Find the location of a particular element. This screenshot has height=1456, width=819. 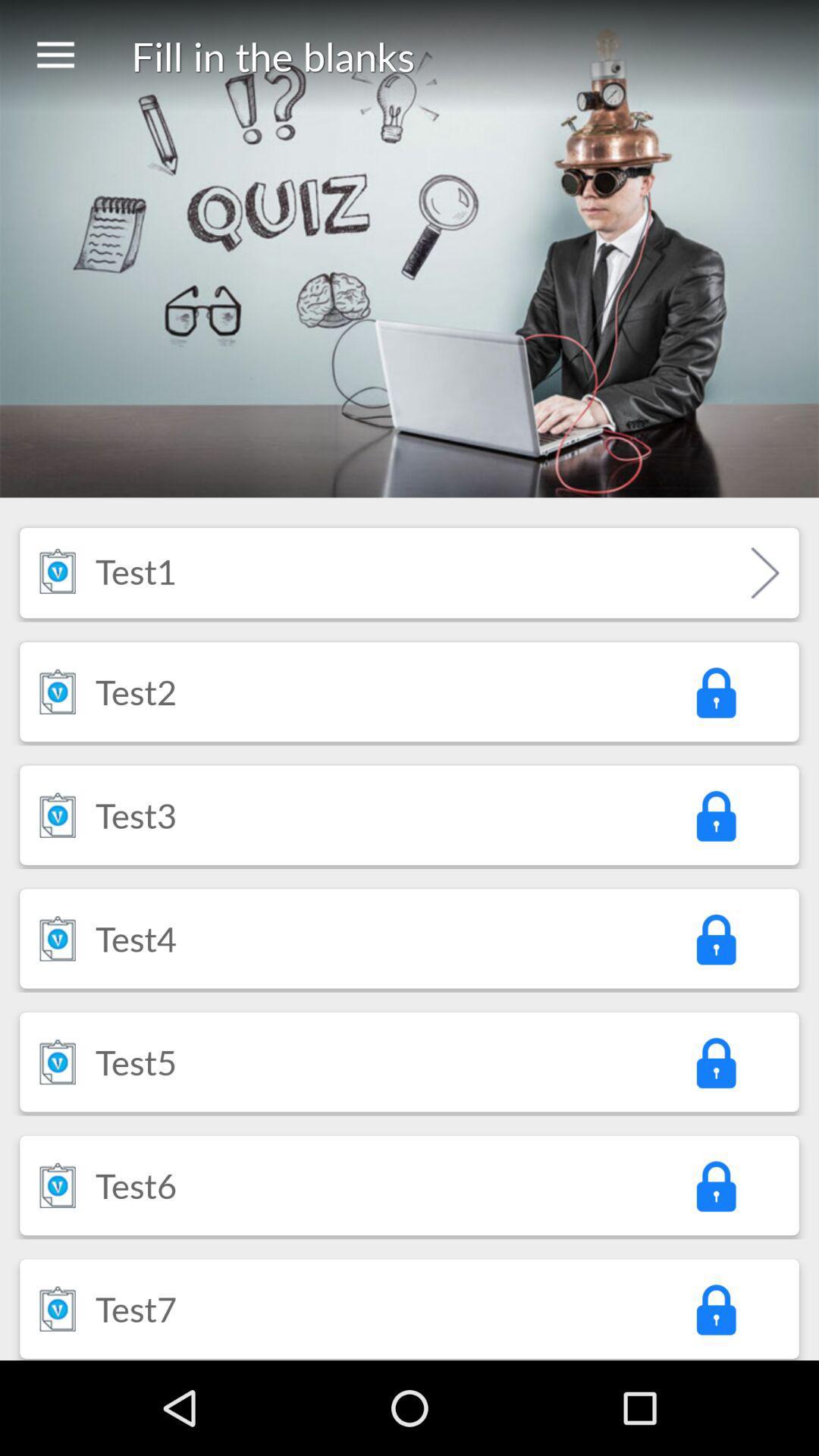

the item above test3 is located at coordinates (135, 691).